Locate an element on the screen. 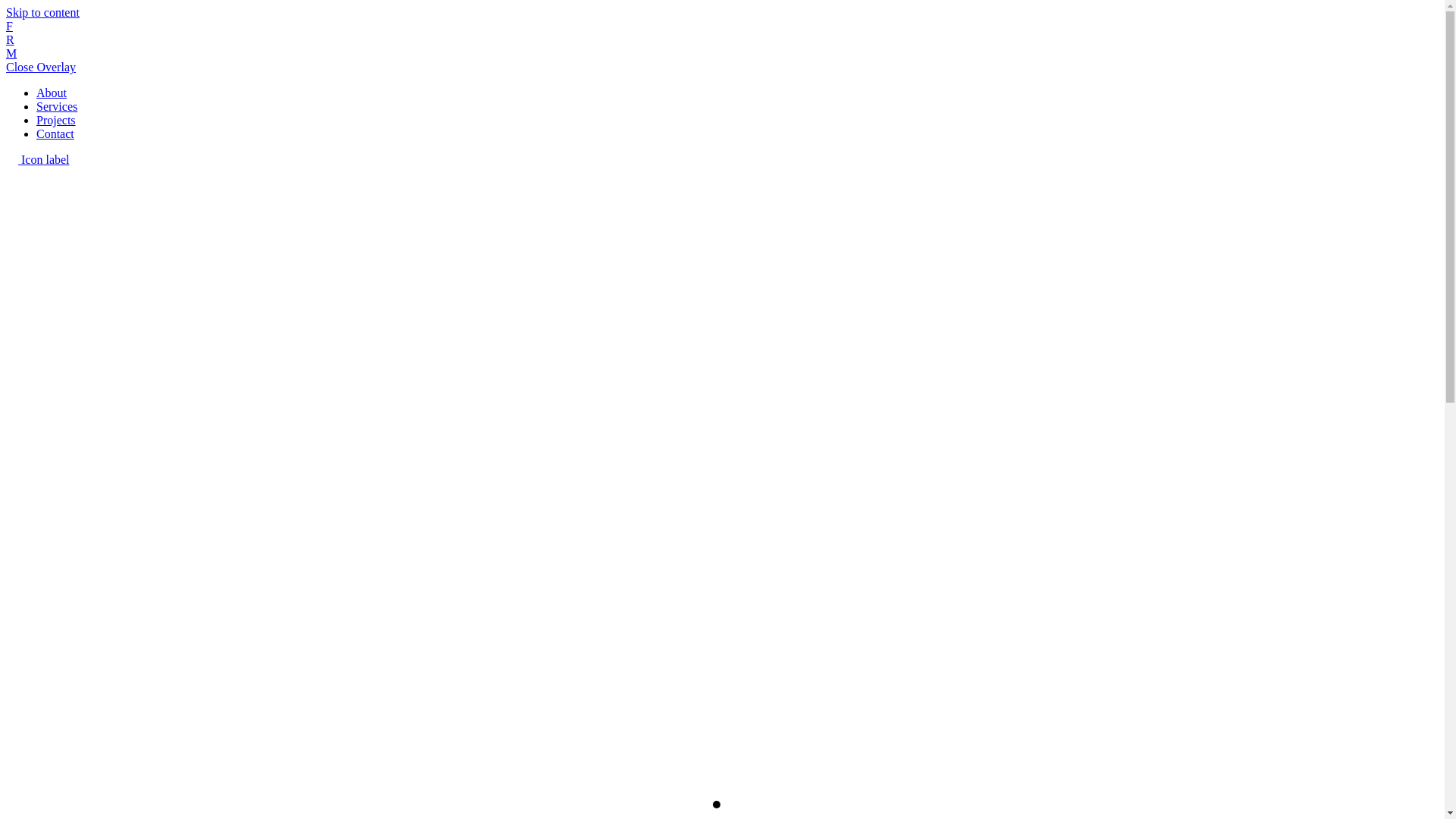 The height and width of the screenshot is (819, 1456). 'F is located at coordinates (721, 39).